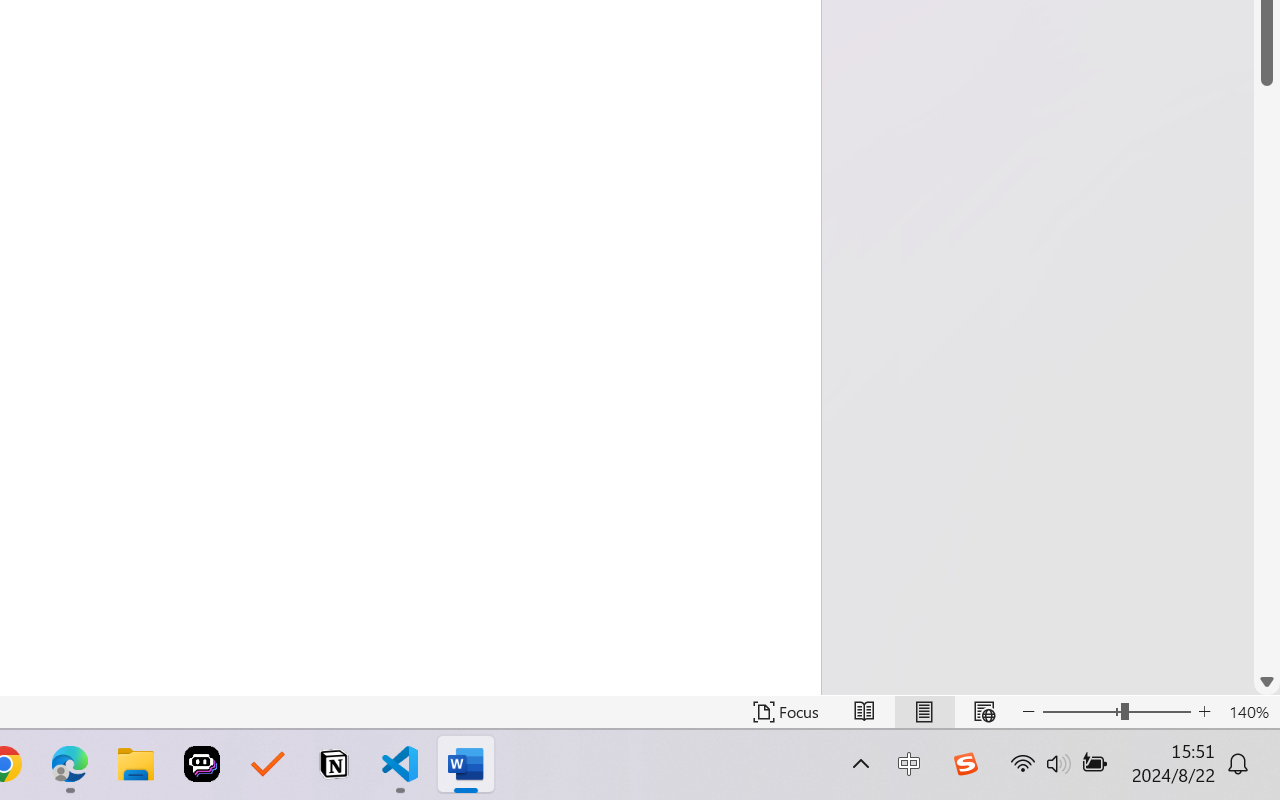  I want to click on 'Web Layout', so click(984, 711).